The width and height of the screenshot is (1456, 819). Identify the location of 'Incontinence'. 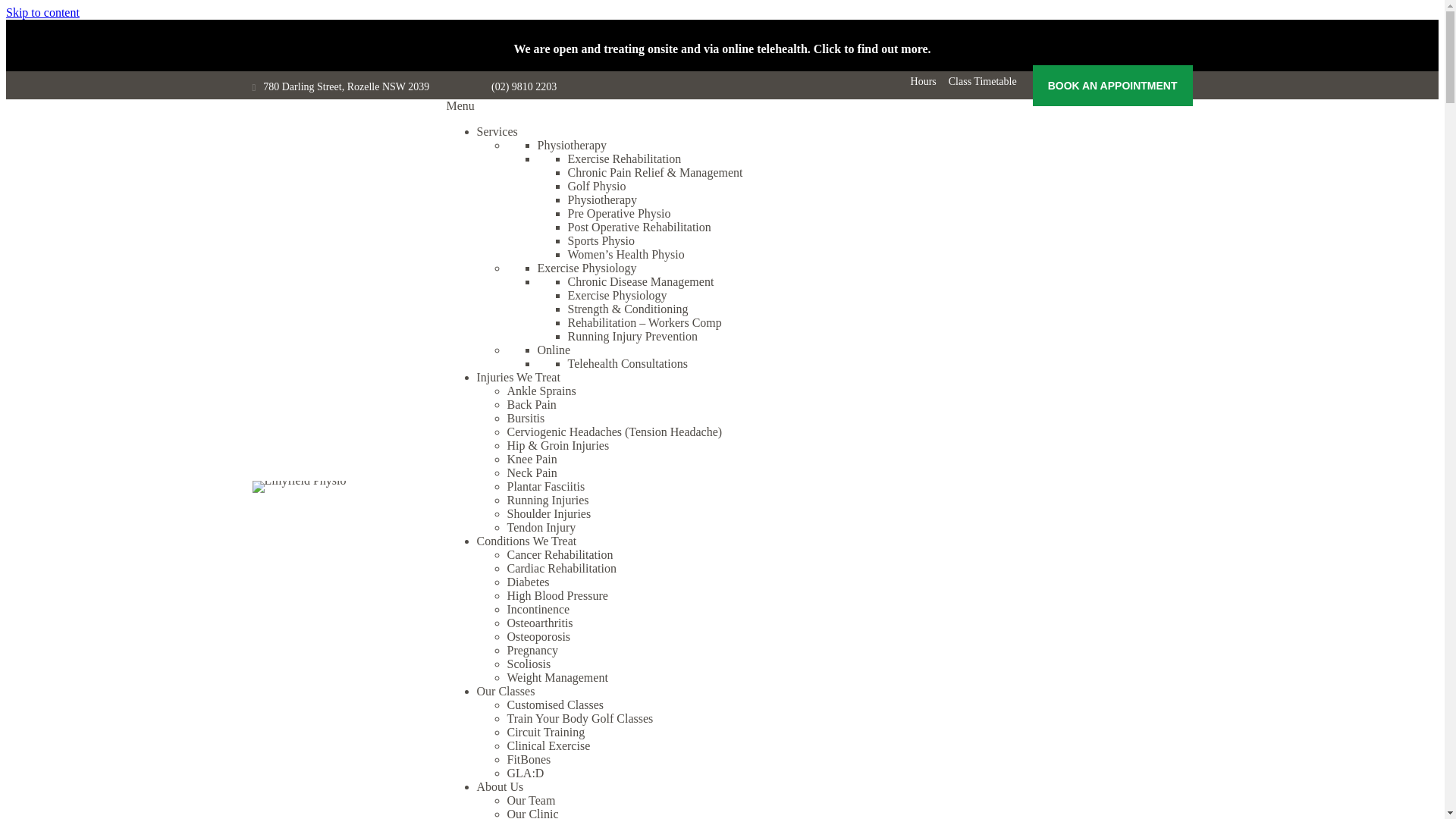
(538, 608).